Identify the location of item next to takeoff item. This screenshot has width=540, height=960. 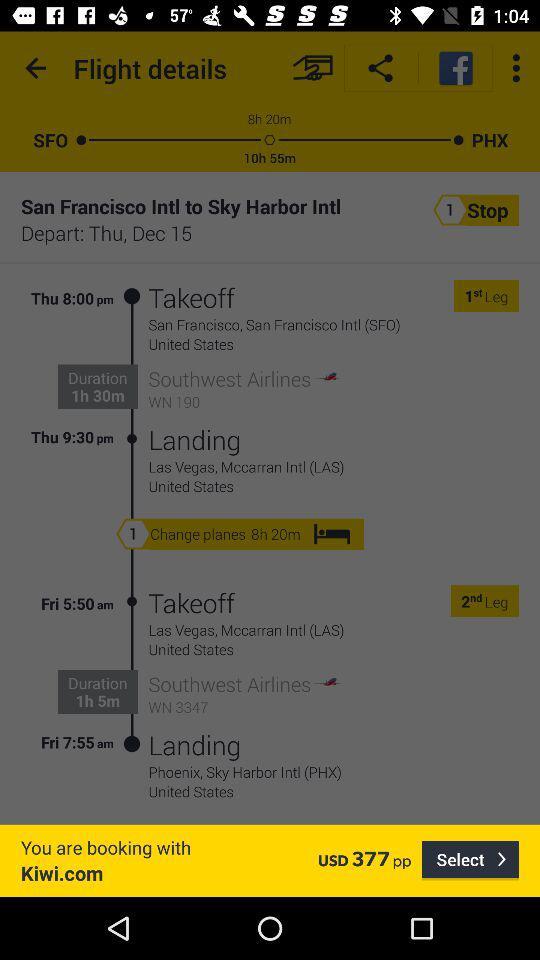
(132, 673).